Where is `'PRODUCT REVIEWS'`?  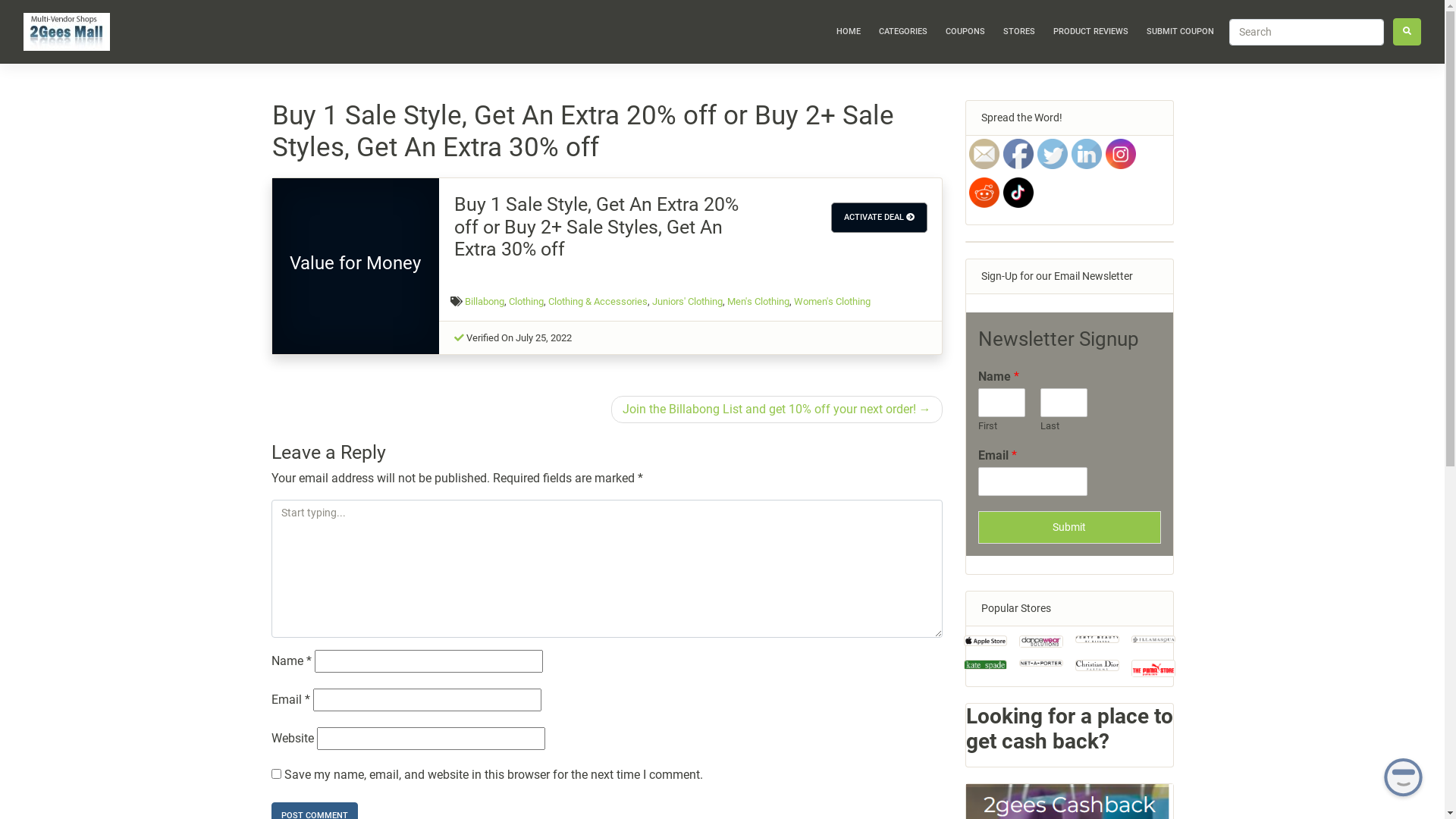
'PRODUCT REVIEWS' is located at coordinates (1046, 32).